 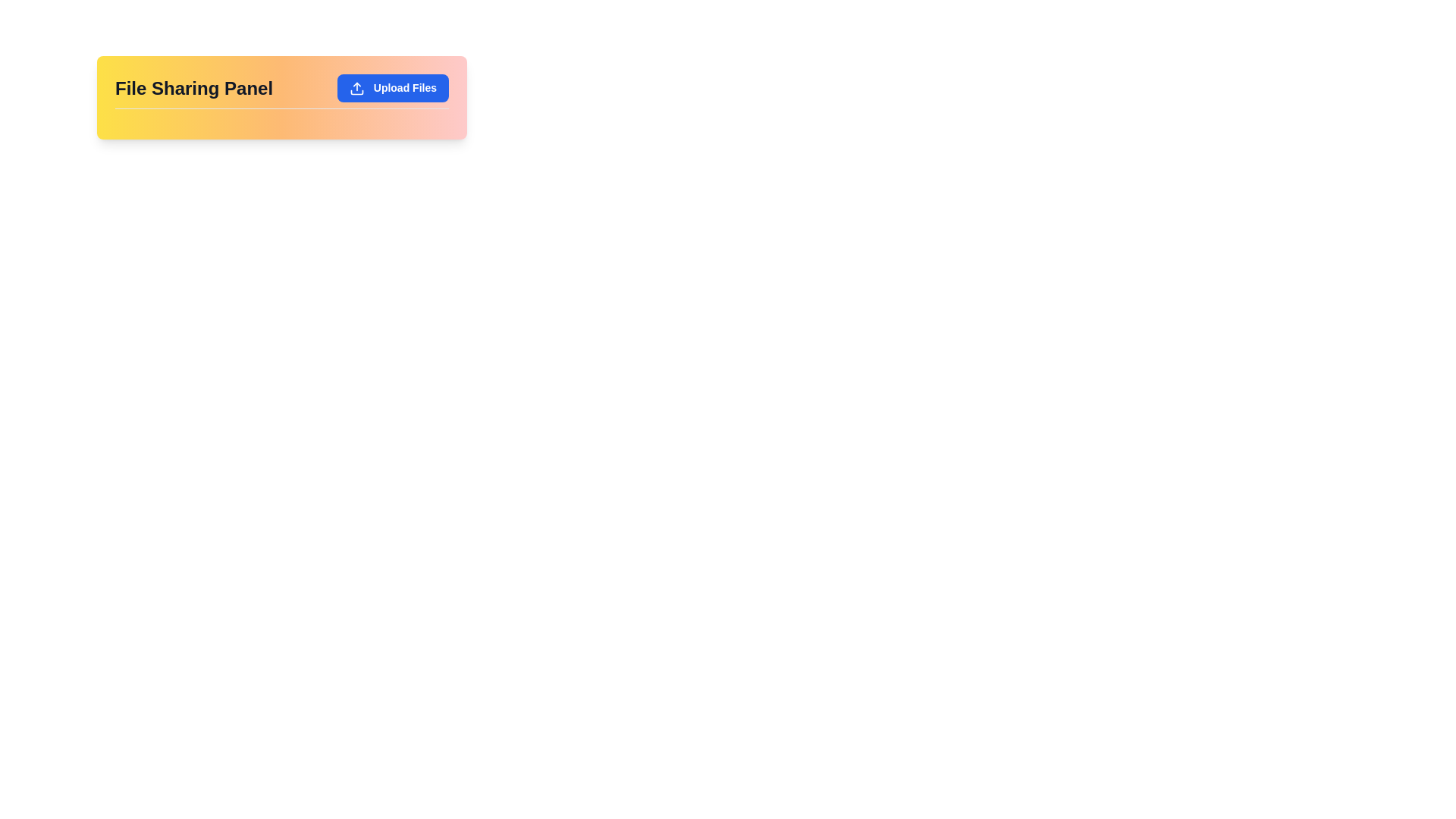 What do you see at coordinates (356, 89) in the screenshot?
I see `the upload icon located in the top-right corner of the interface, which is part of a button that opens a file upload interface` at bounding box center [356, 89].